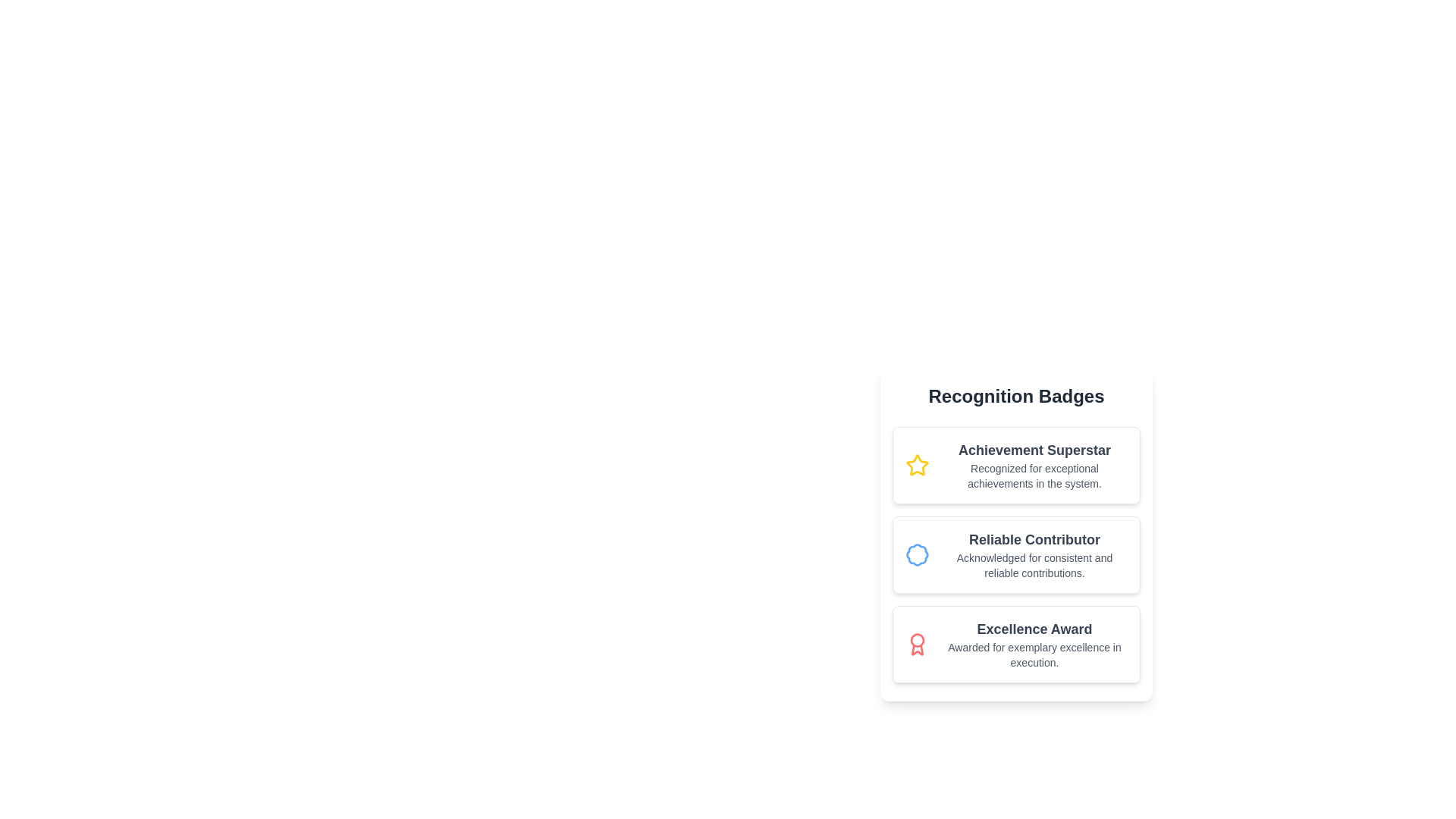  Describe the element at coordinates (916, 464) in the screenshot. I see `the star icon, which serves as a visual indicator of an achievement badge, located at the far-left side of the 'Achievement Superstar' badge in the 'Recognition Badges' list` at that location.